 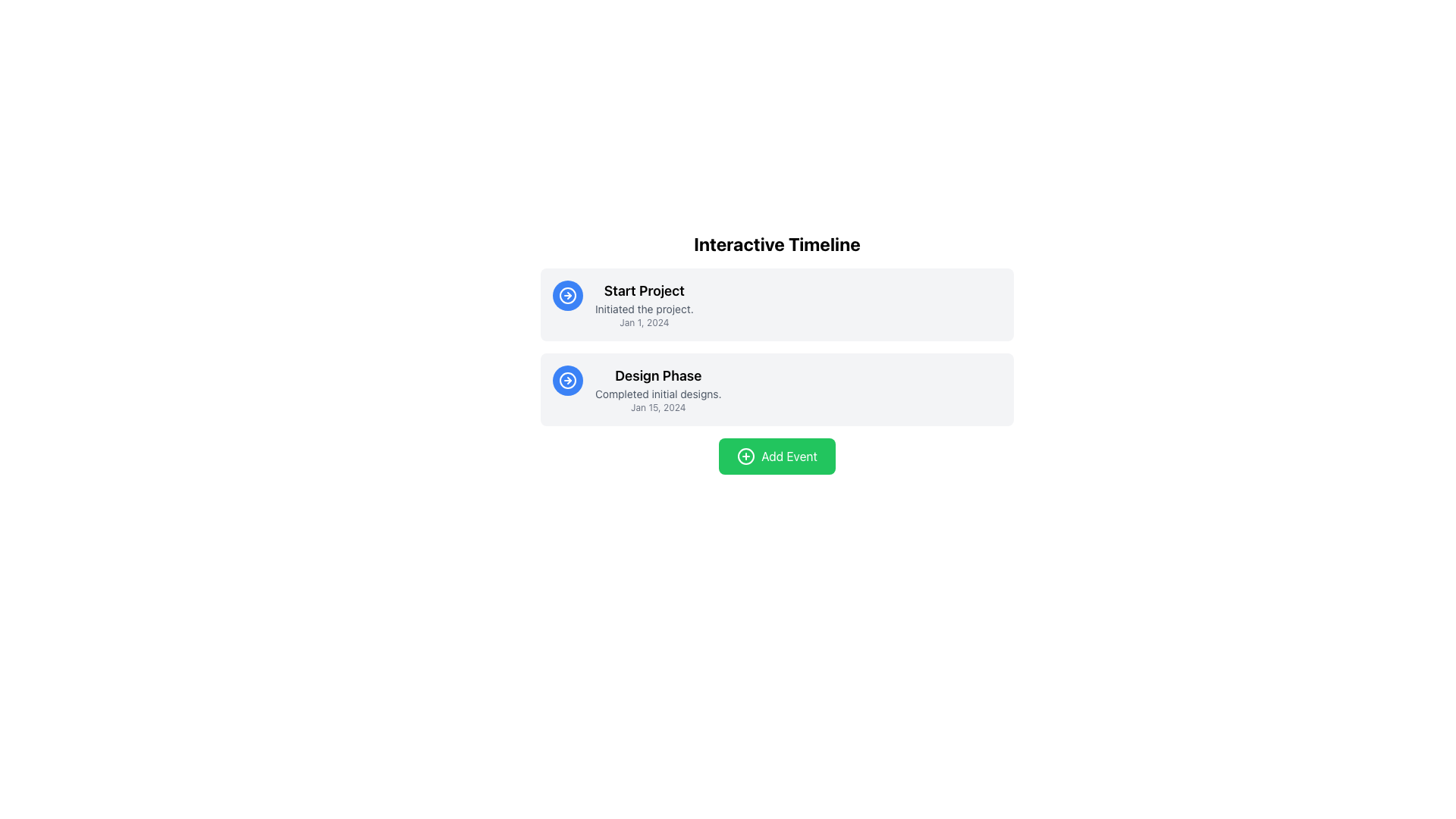 I want to click on text from the Text Element that contains 'Initiated the project.' which is located below the title 'Start Project', so click(x=644, y=309).